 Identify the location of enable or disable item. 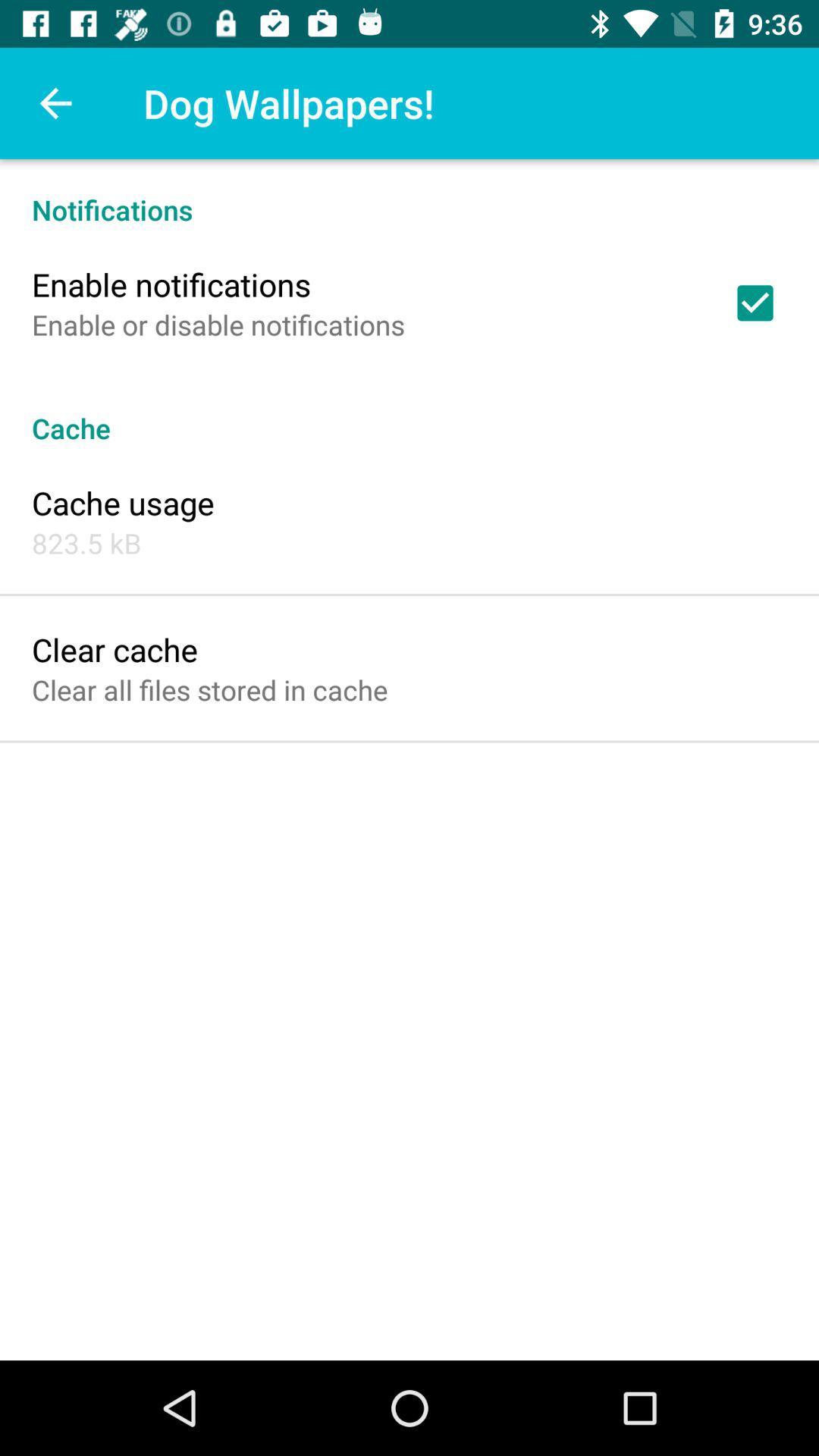
(218, 324).